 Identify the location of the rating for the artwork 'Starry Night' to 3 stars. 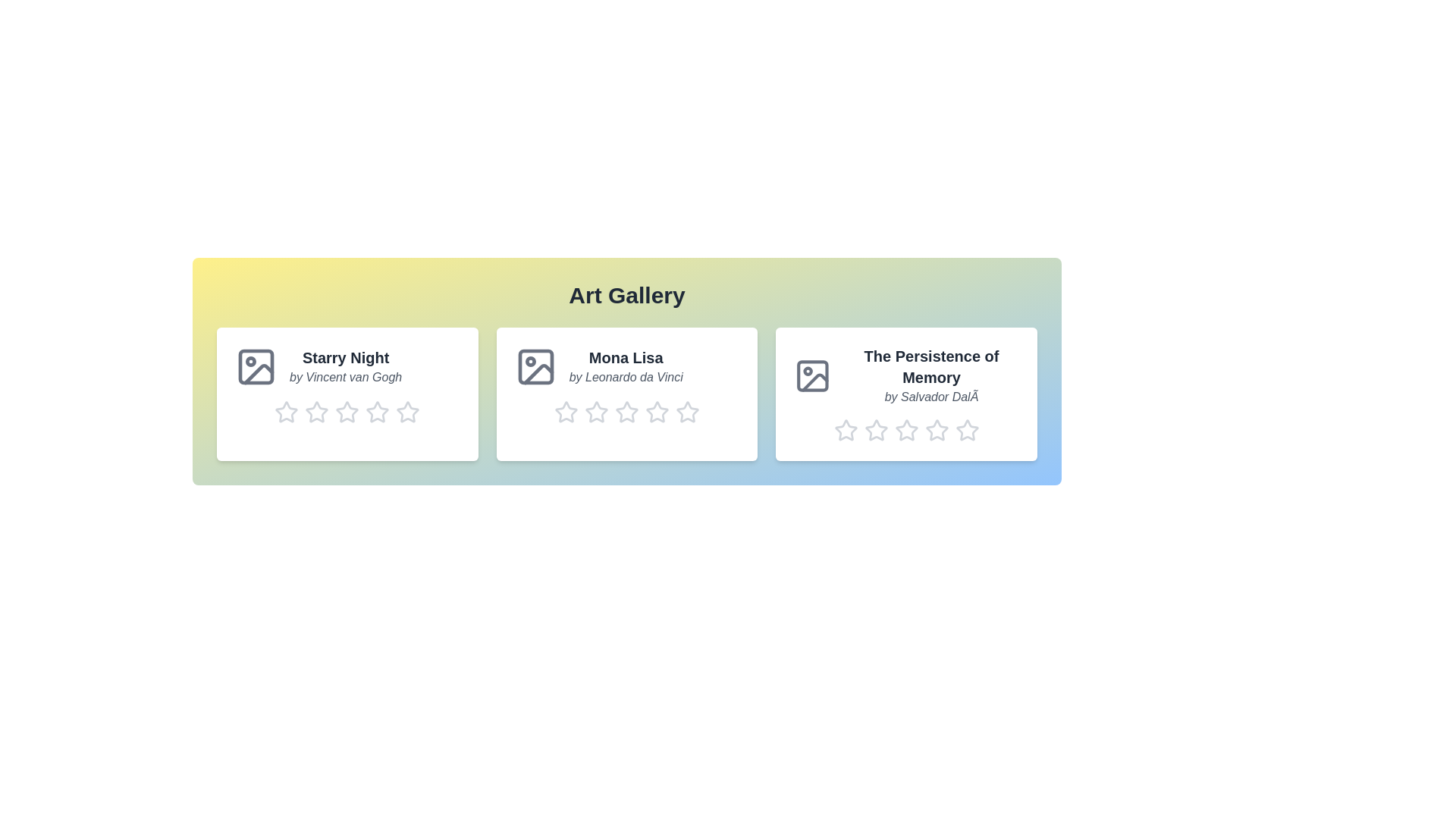
(346, 412).